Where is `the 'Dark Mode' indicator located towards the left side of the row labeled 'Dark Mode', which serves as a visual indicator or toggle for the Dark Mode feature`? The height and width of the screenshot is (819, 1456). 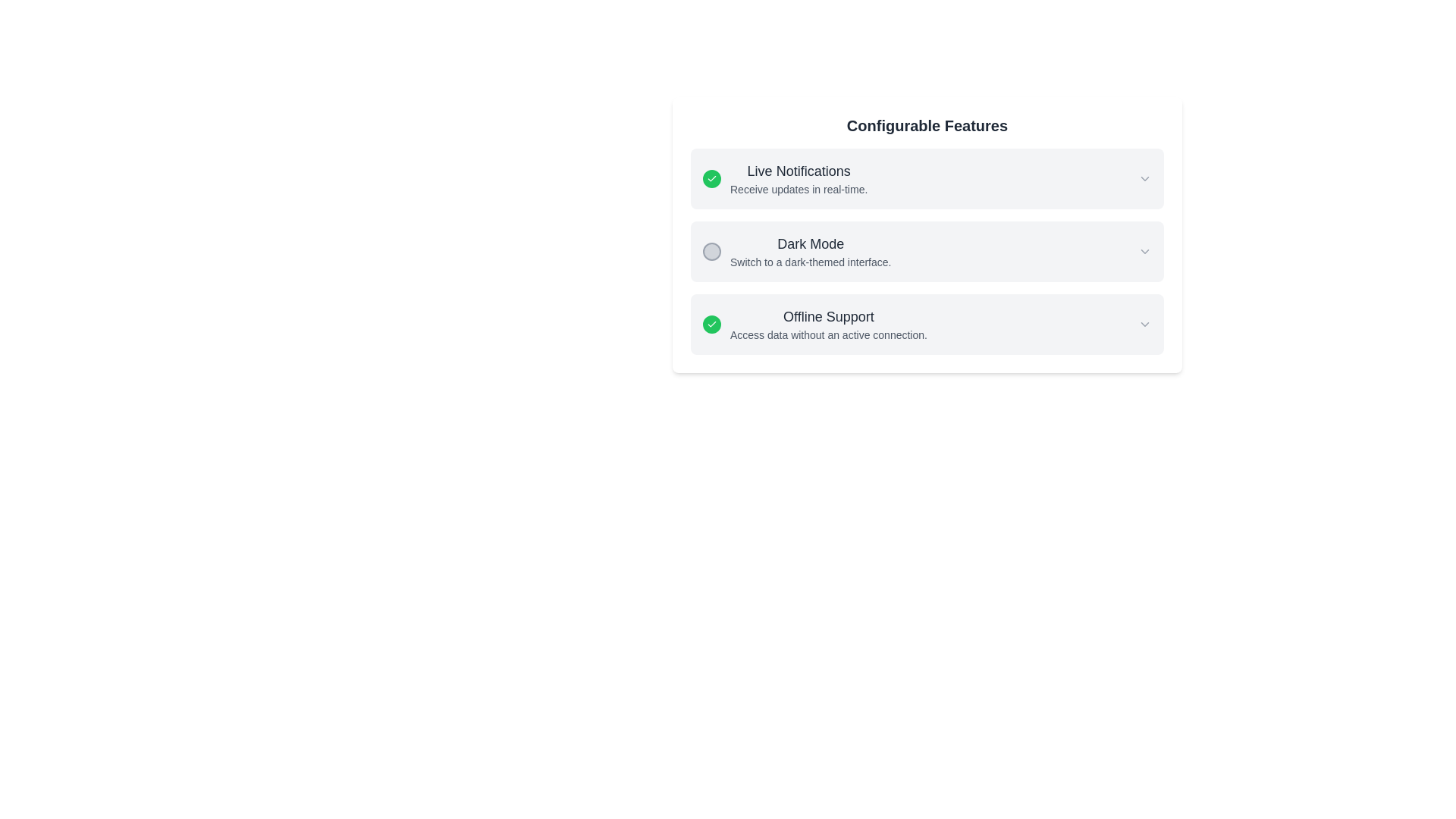 the 'Dark Mode' indicator located towards the left side of the row labeled 'Dark Mode', which serves as a visual indicator or toggle for the Dark Mode feature is located at coordinates (711, 250).